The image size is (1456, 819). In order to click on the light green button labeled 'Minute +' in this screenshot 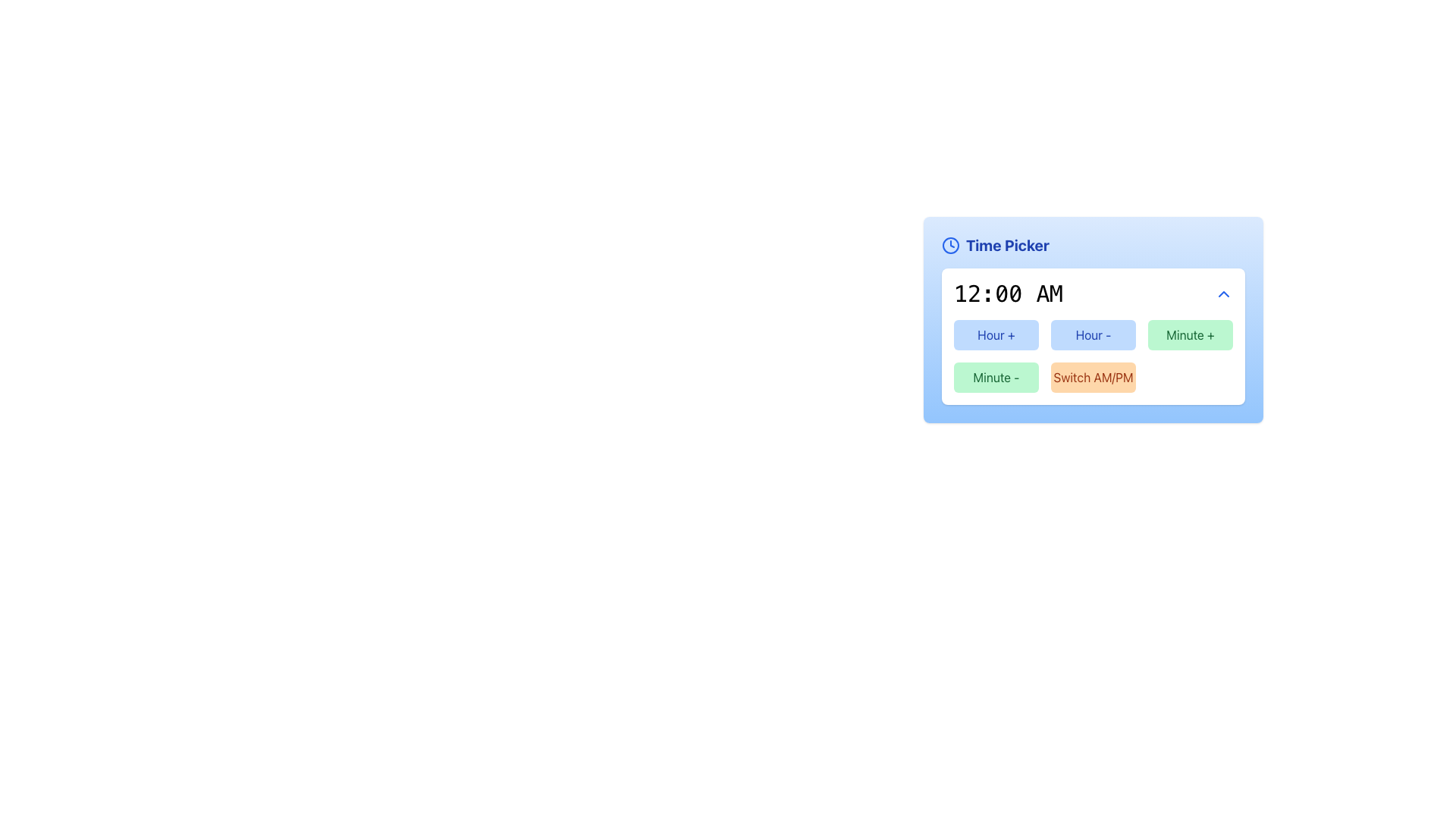, I will do `click(1189, 334)`.